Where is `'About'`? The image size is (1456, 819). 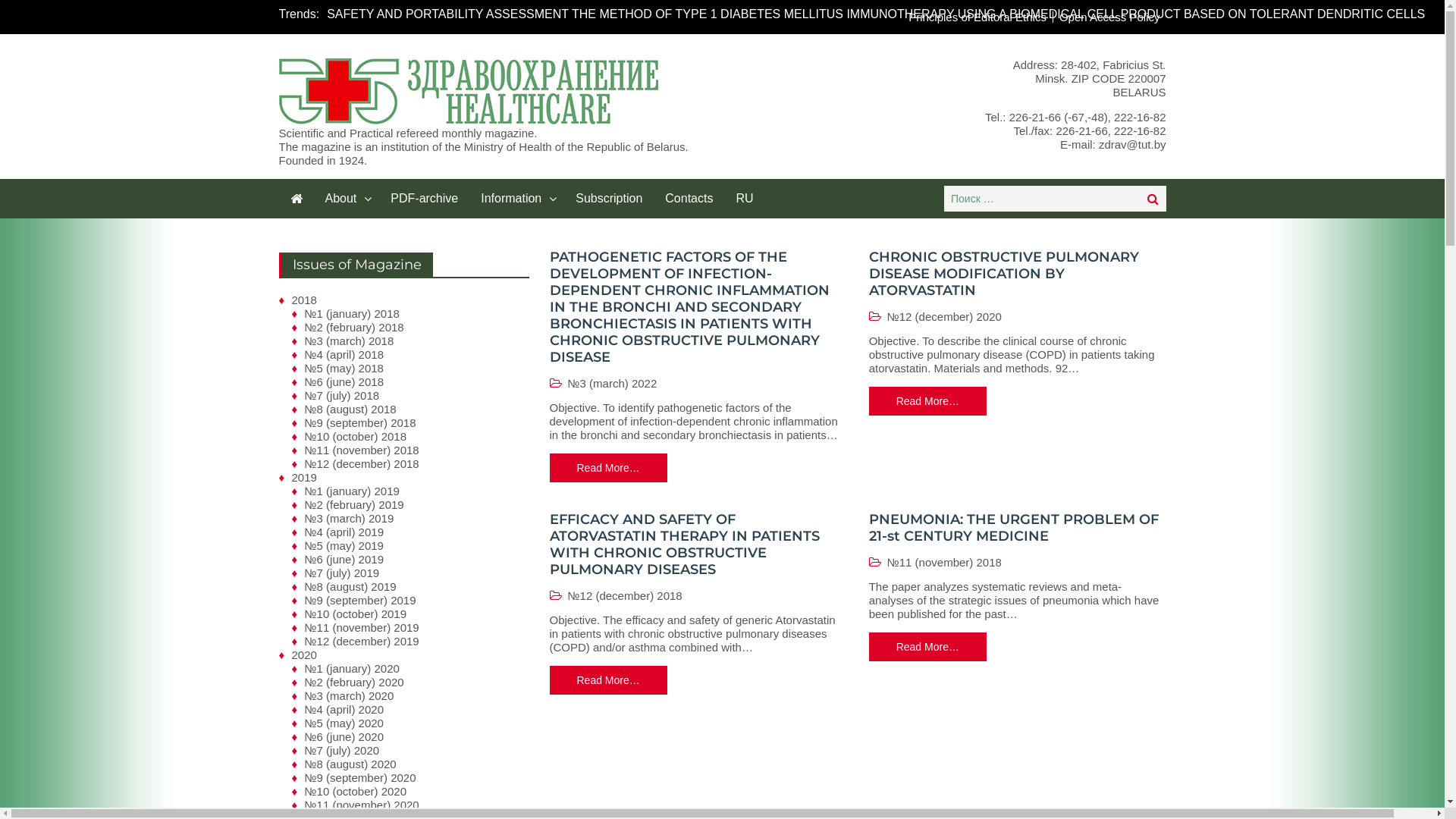
'About' is located at coordinates (346, 198).